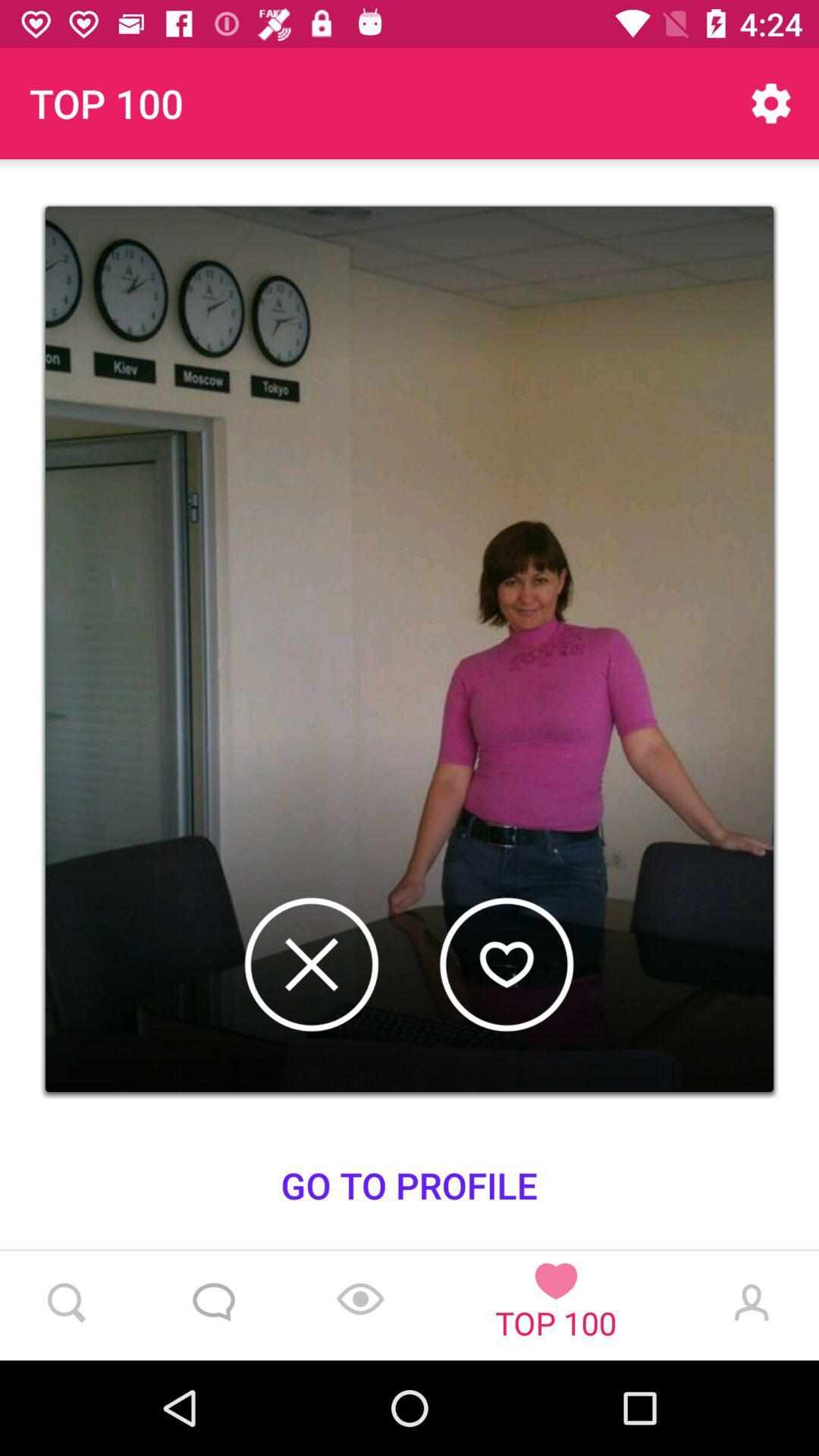 The width and height of the screenshot is (819, 1456). I want to click on the location_crosshair icon, so click(360, 1305).